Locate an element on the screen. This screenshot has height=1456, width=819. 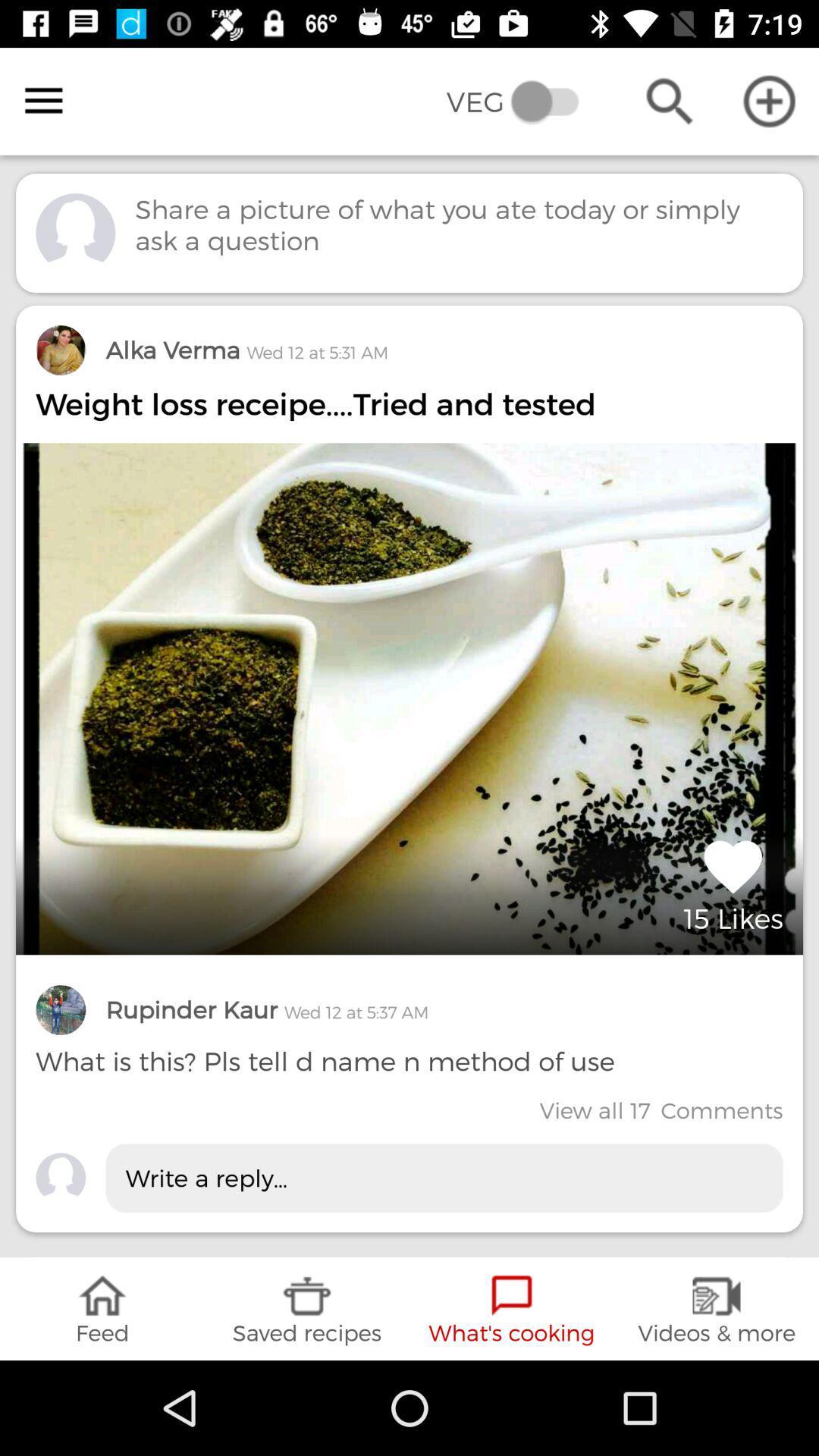
feed item is located at coordinates (102, 1308).